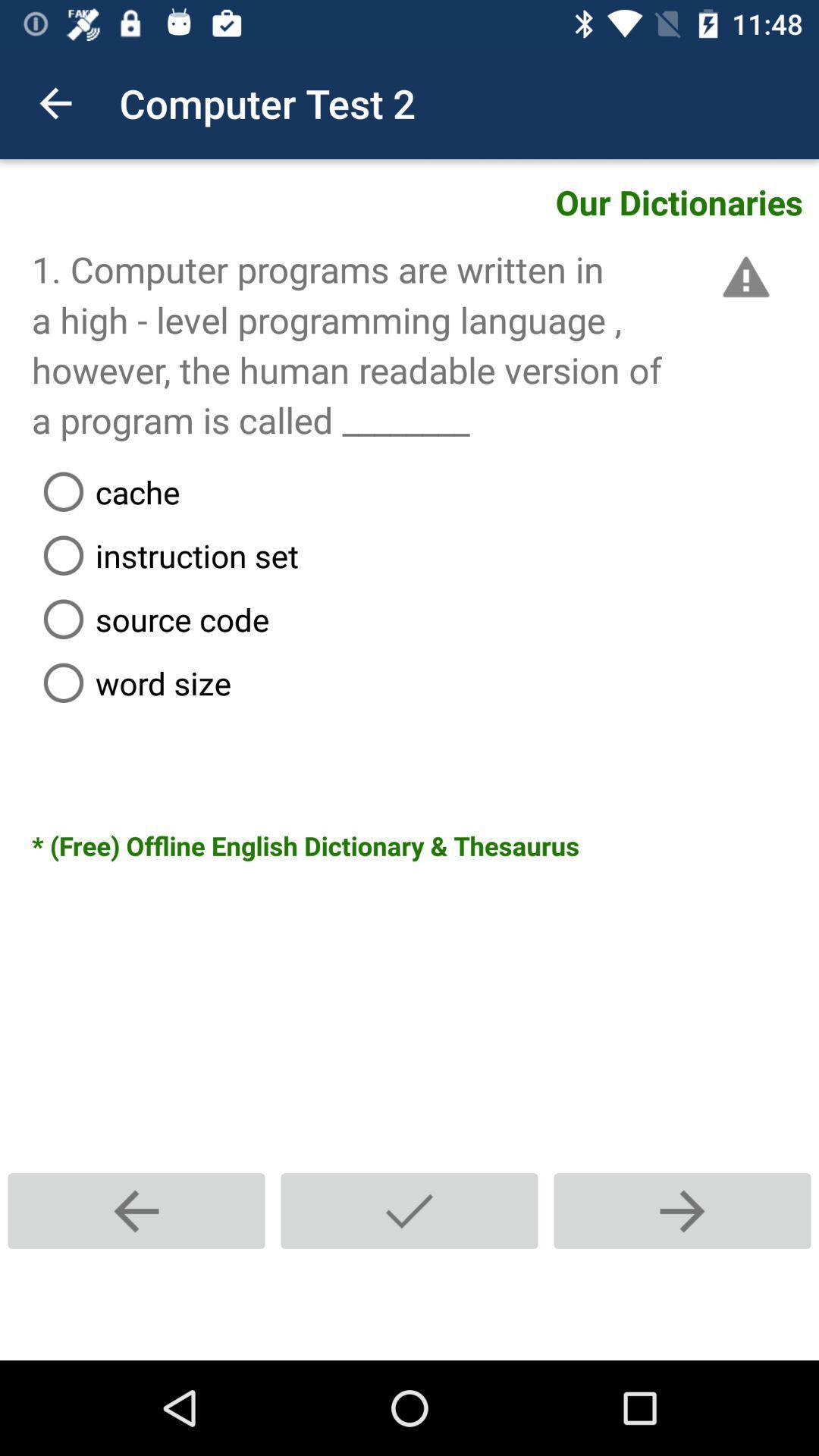 Image resolution: width=819 pixels, height=1456 pixels. Describe the element at coordinates (742, 277) in the screenshot. I see `item next to the 1 computer programs item` at that location.